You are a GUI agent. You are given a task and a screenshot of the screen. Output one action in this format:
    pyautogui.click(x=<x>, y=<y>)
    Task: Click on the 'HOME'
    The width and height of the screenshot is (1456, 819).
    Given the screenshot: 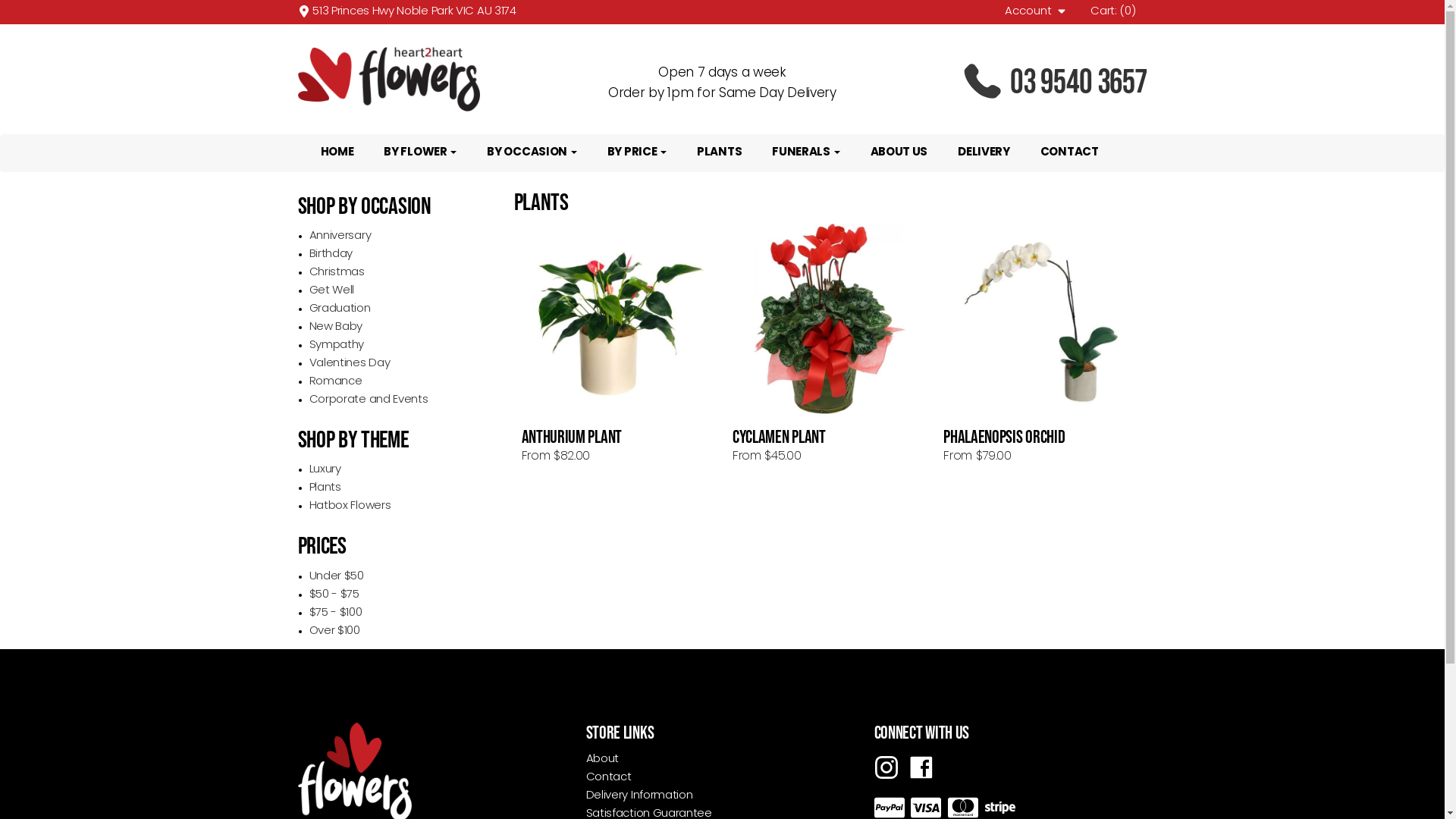 What is the action you would take?
    pyautogui.click(x=336, y=152)
    